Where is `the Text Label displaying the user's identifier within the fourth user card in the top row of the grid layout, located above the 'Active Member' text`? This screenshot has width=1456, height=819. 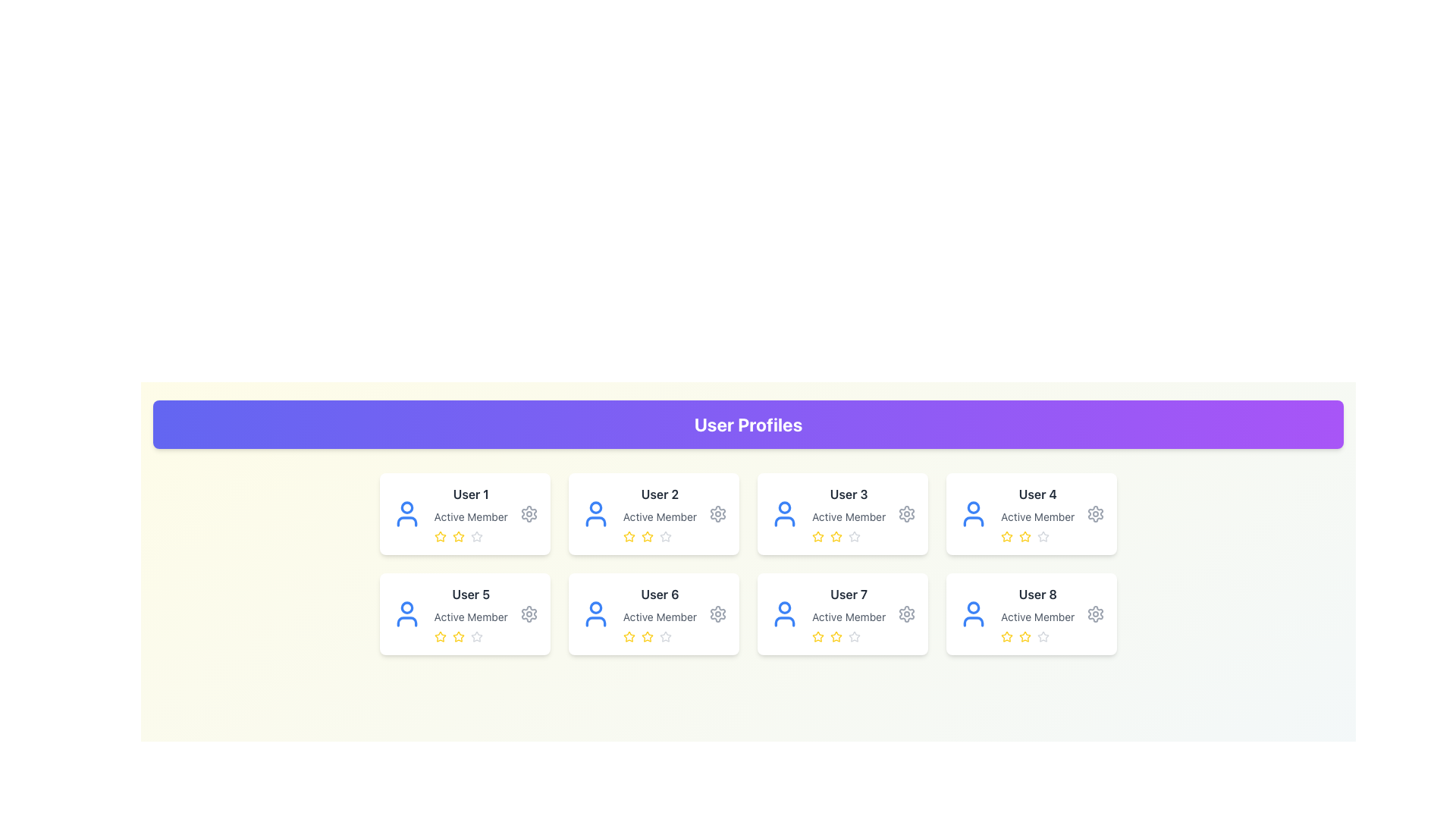
the Text Label displaying the user's identifier within the fourth user card in the top row of the grid layout, located above the 'Active Member' text is located at coordinates (1037, 494).